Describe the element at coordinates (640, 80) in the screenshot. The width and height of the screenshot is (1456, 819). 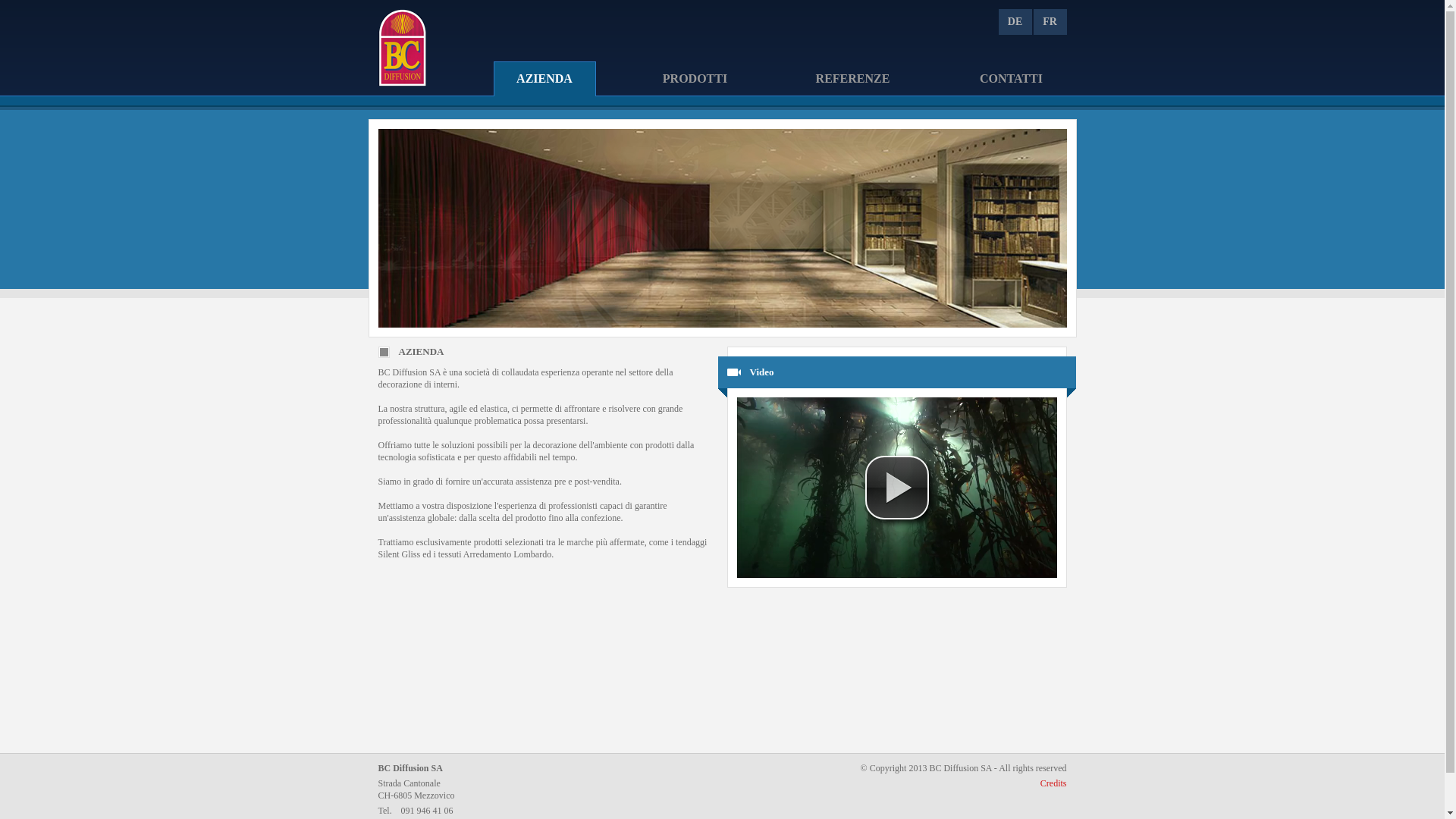
I see `'PRODOTTI'` at that location.